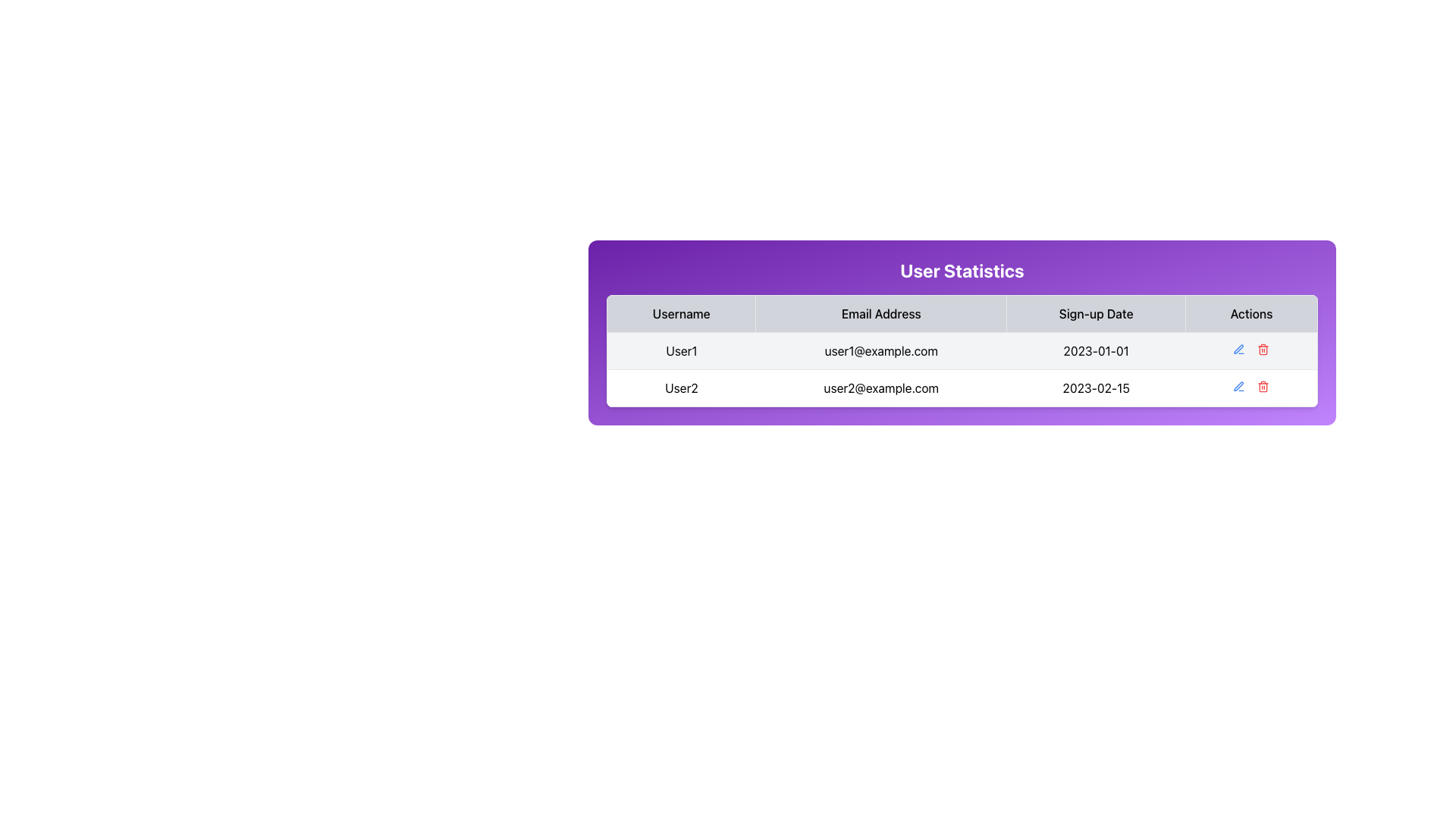 Image resolution: width=1456 pixels, height=819 pixels. Describe the element at coordinates (961, 369) in the screenshot. I see `the first data row in the user information table to highlight it` at that location.